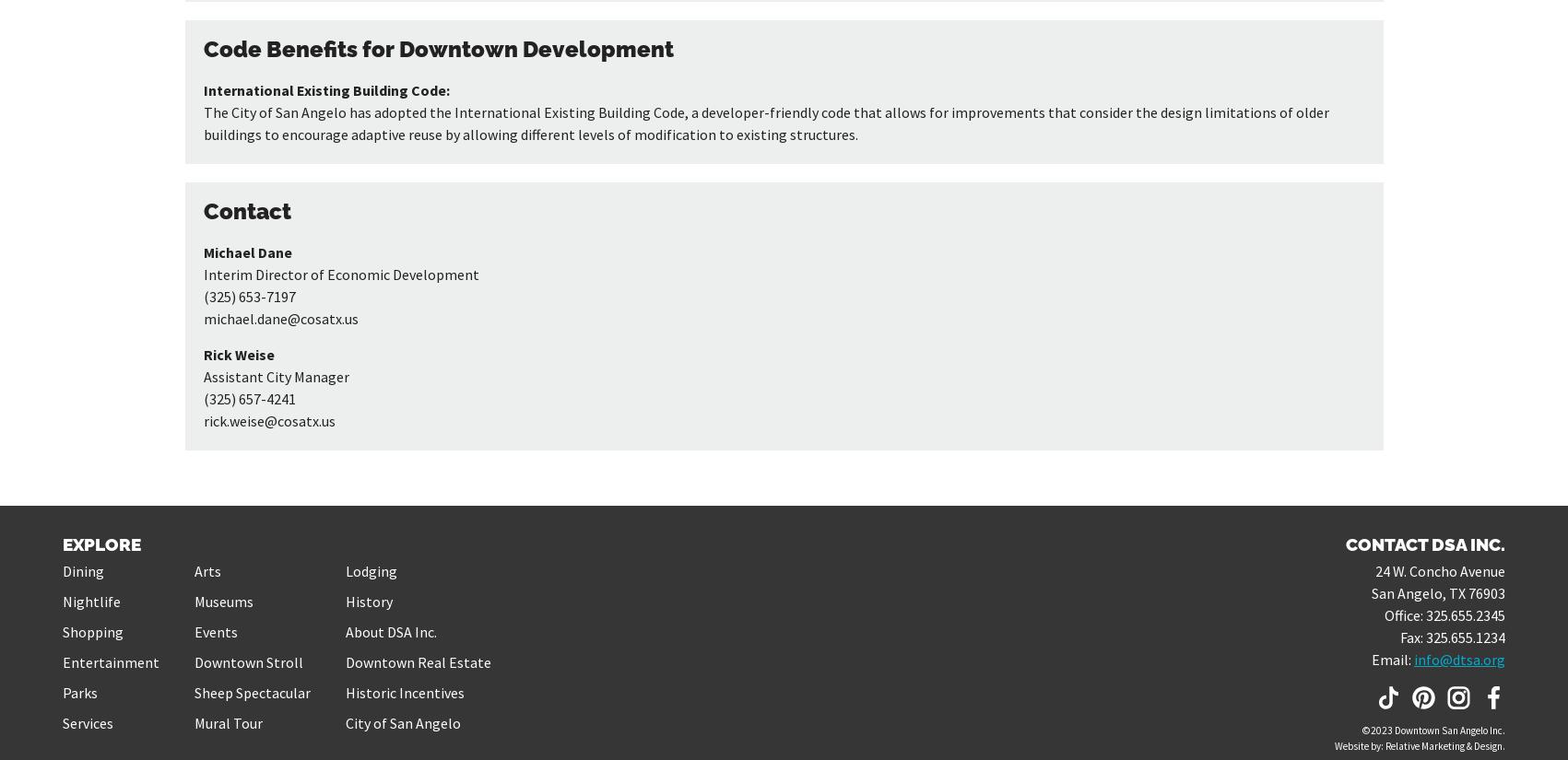 The height and width of the screenshot is (760, 1568). Describe the element at coordinates (268, 419) in the screenshot. I see `'rick.weise@cosatx.us'` at that location.